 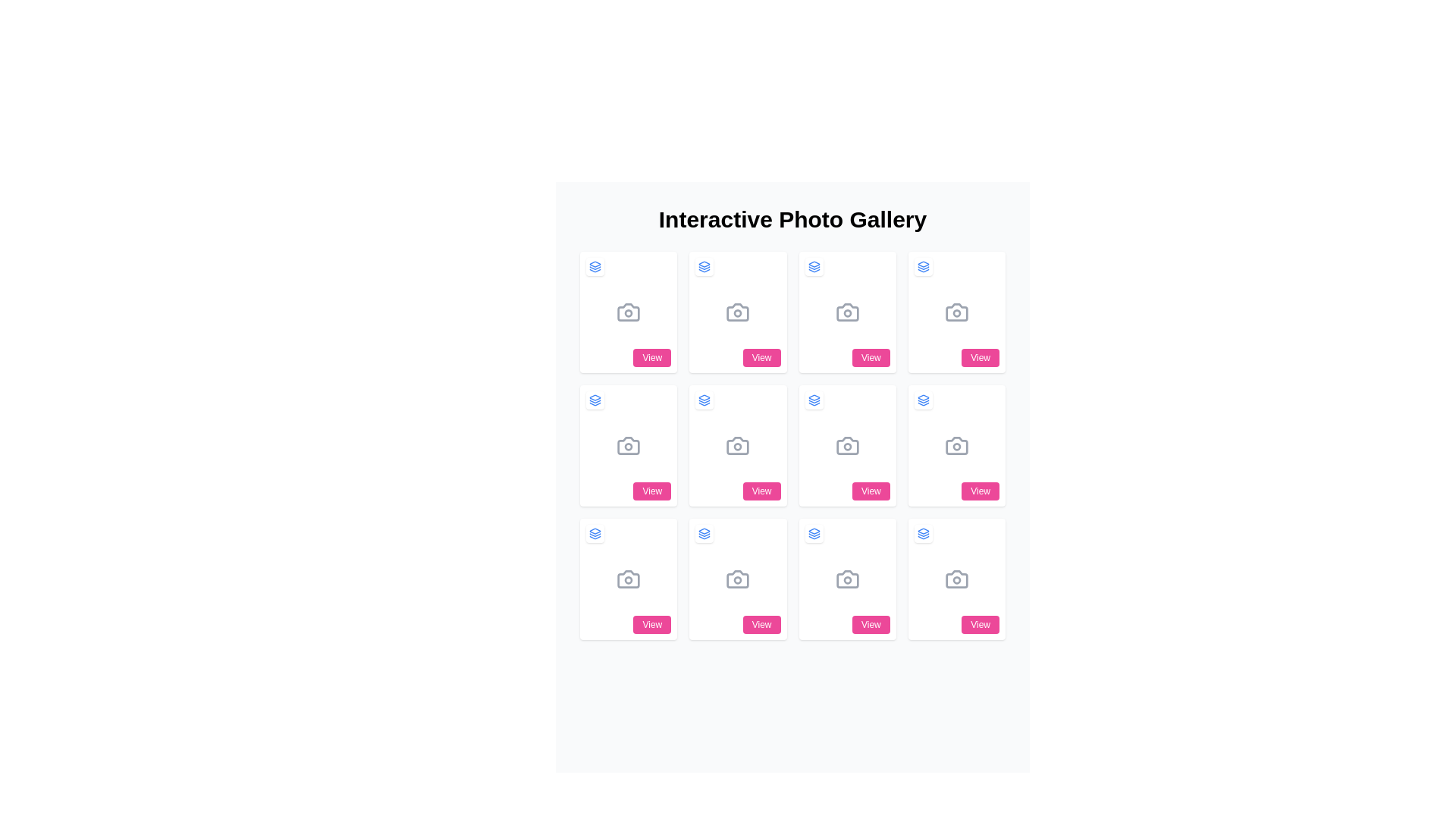 What do you see at coordinates (846, 312) in the screenshot?
I see `the camera icon, which is round and gray, located in the third column of the first row beneath the 'Interactive Photo Gallery' header` at bounding box center [846, 312].